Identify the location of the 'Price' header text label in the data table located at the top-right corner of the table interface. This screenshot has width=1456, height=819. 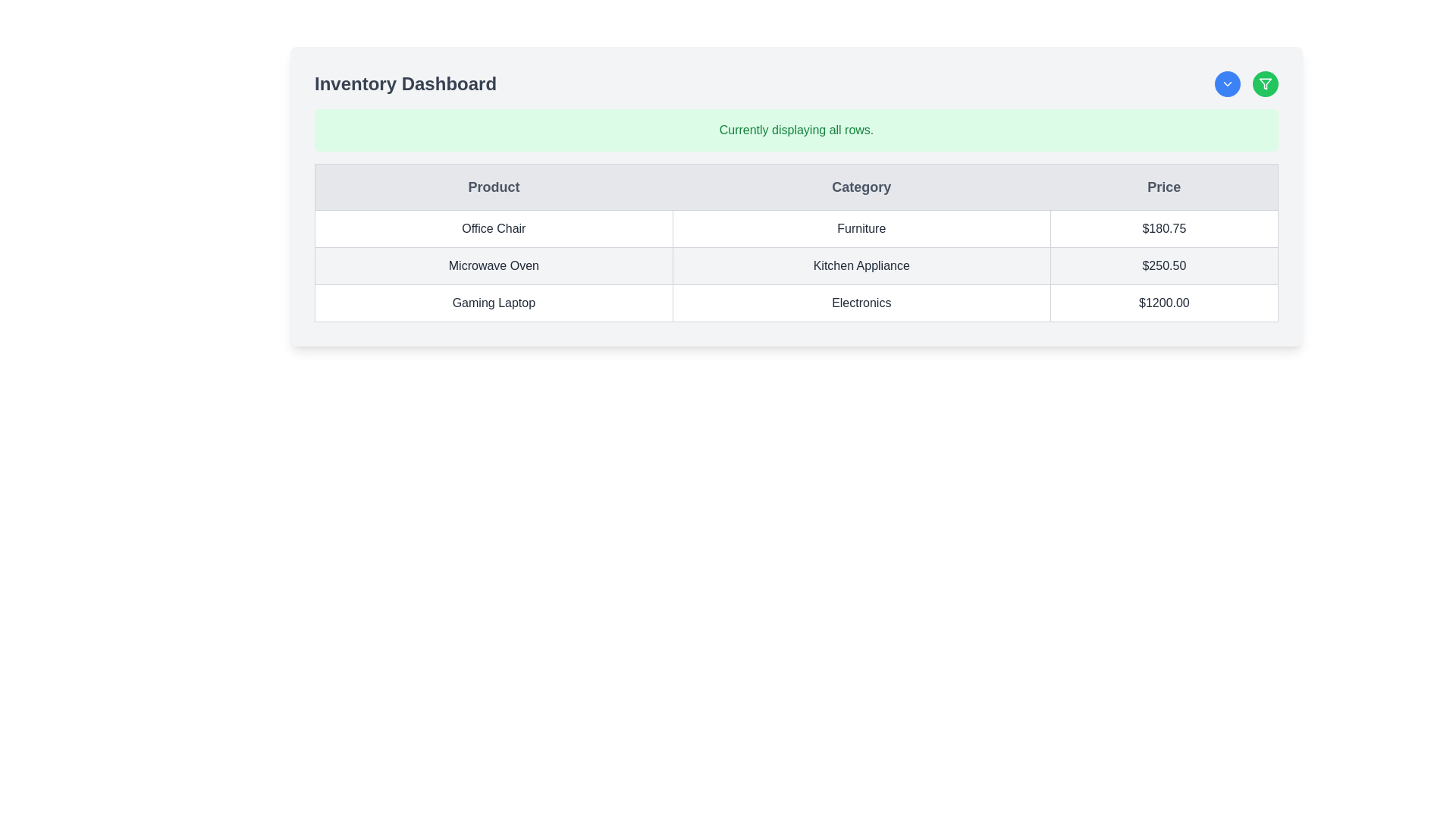
(1163, 186).